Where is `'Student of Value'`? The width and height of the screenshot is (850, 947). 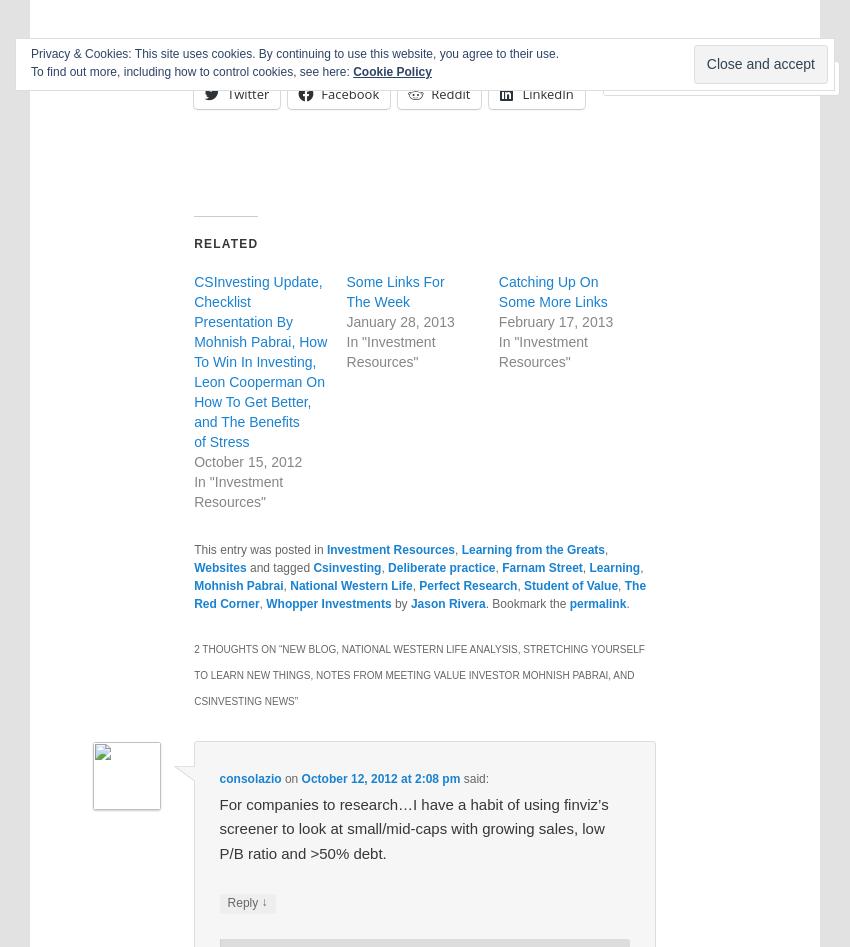
'Student of Value' is located at coordinates (571, 584).